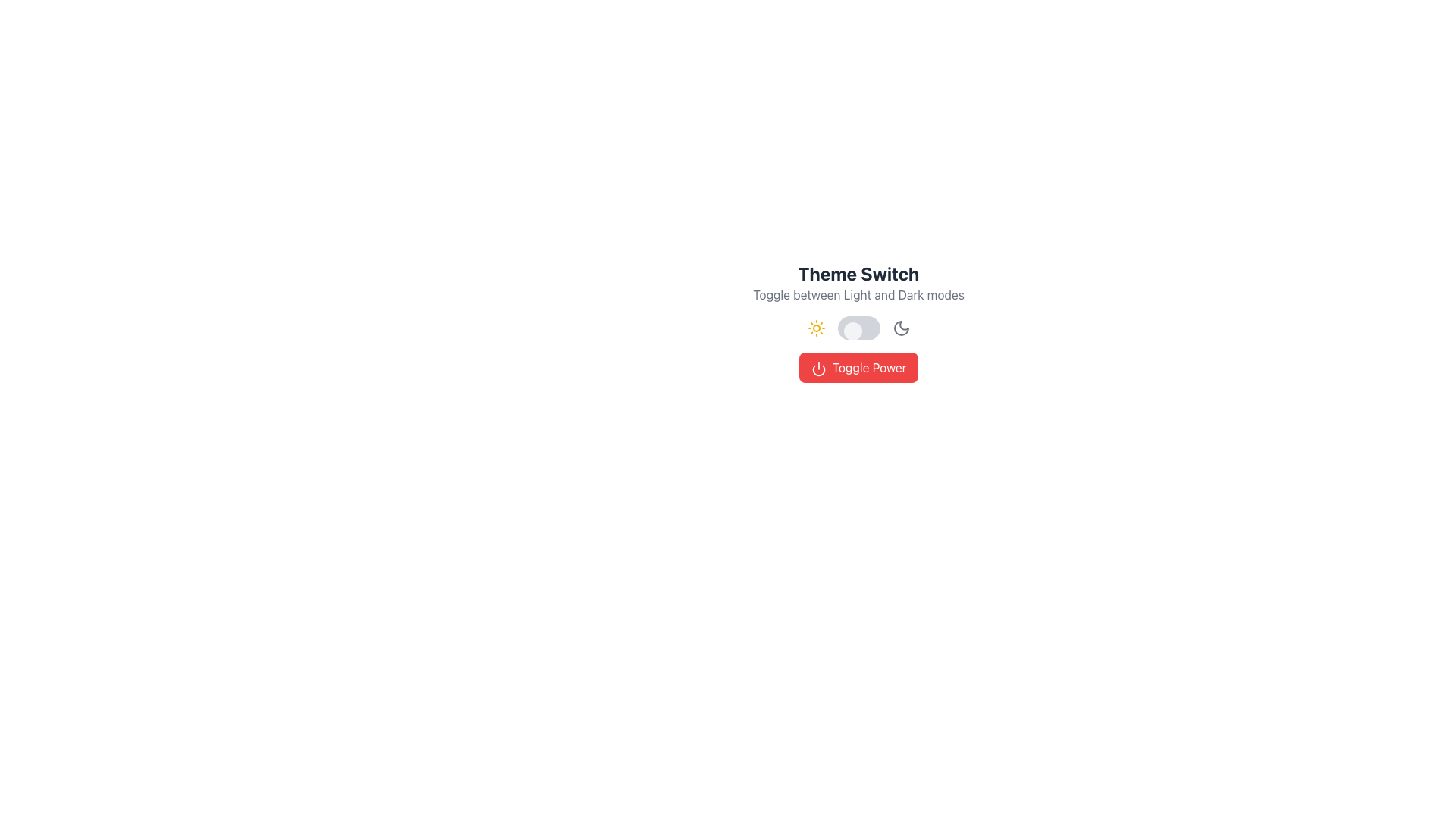 Image resolution: width=1456 pixels, height=819 pixels. I want to click on the theme toggle switch located in the 'Theme Switch' section of the modal, so click(858, 321).